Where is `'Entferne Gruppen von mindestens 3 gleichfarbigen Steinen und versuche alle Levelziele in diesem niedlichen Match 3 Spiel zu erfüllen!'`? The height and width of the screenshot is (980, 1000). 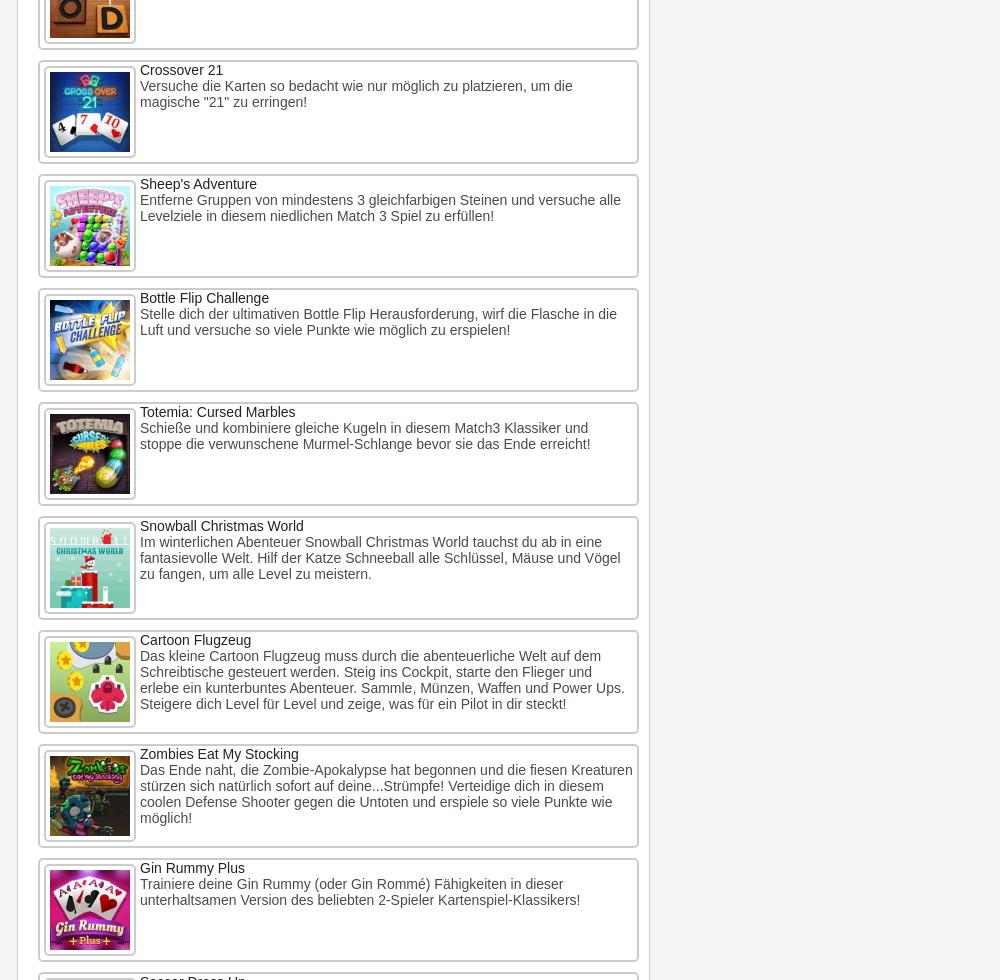 'Entferne Gruppen von mindestens 3 gleichfarbigen Steinen und versuche alle Levelziele in diesem niedlichen Match 3 Spiel zu erfüllen!' is located at coordinates (380, 207).